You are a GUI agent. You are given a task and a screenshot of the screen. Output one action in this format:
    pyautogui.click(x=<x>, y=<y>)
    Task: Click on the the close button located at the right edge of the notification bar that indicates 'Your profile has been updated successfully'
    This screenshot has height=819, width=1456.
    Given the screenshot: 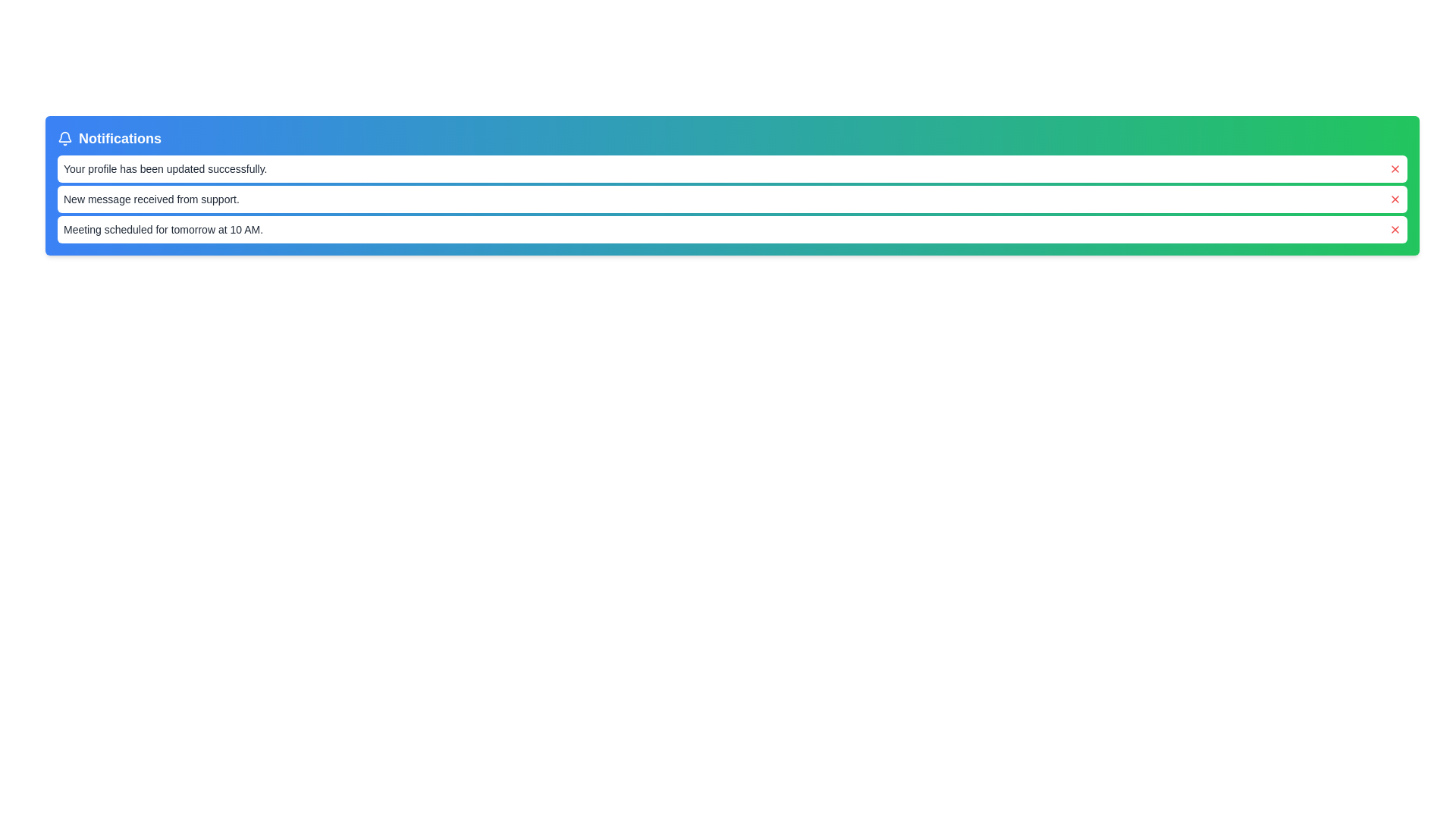 What is the action you would take?
    pyautogui.click(x=1395, y=169)
    